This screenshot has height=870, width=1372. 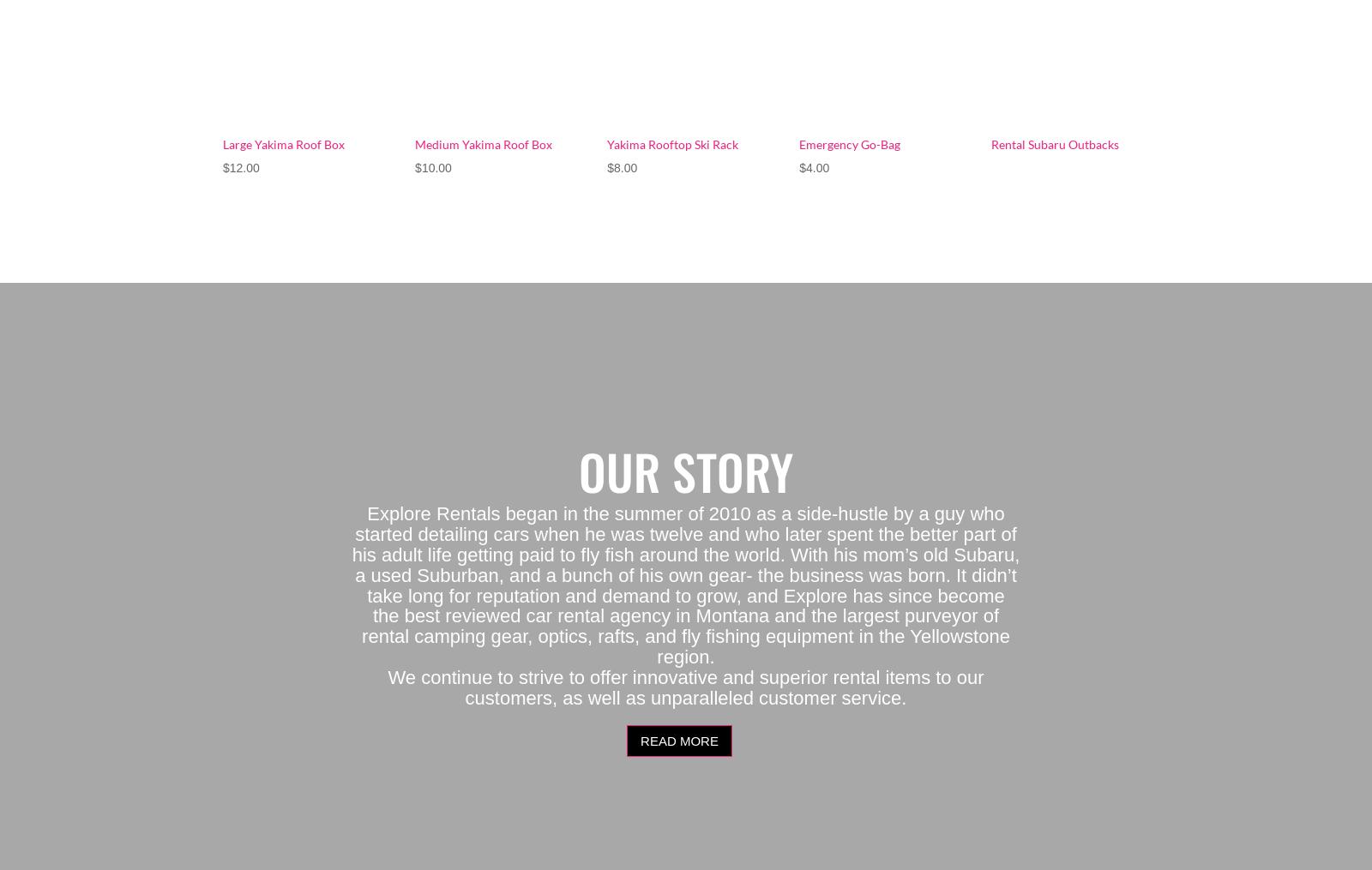 I want to click on '8.00', so click(x=624, y=165).